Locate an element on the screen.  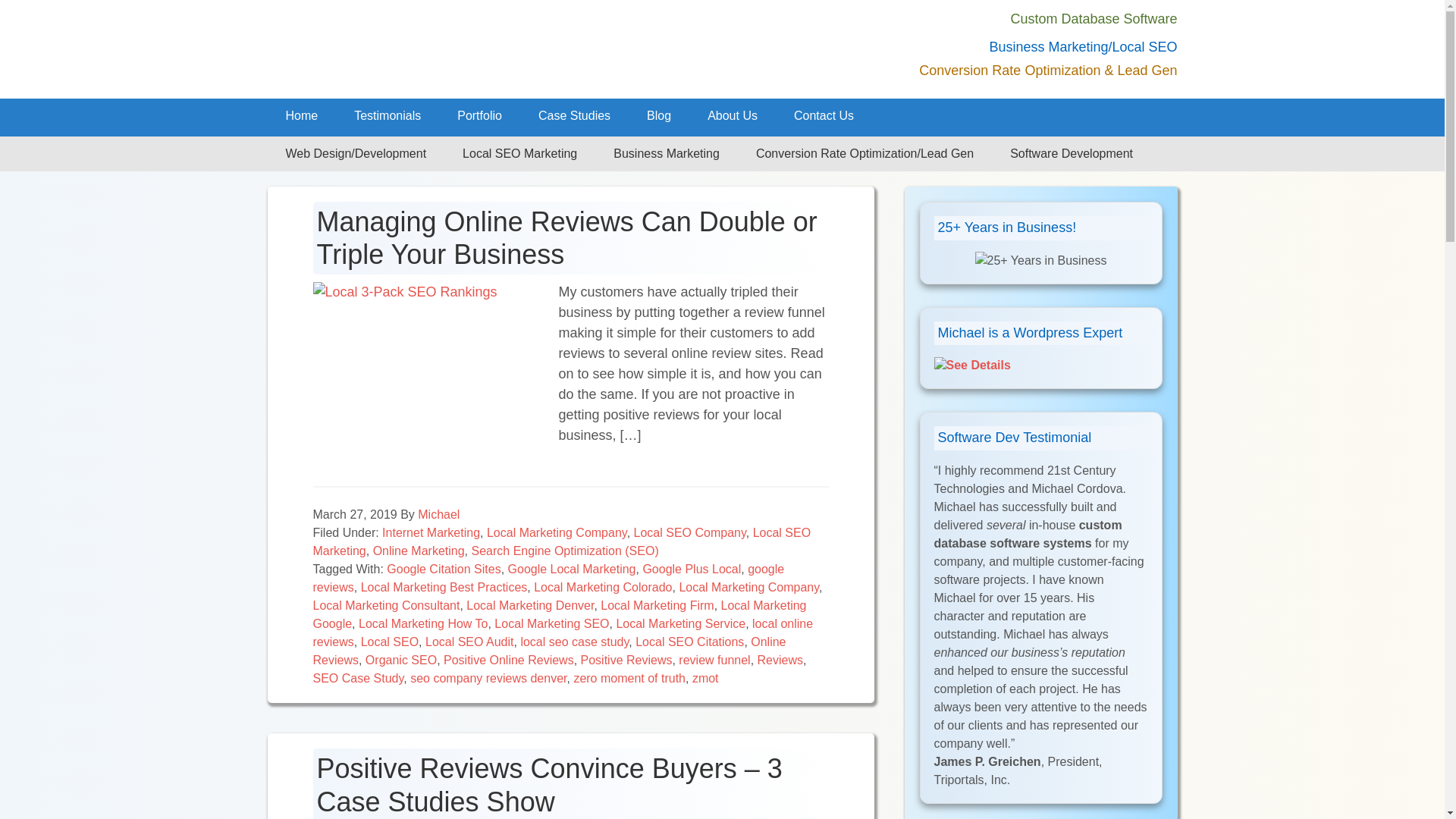
'Reviews' is located at coordinates (757, 659).